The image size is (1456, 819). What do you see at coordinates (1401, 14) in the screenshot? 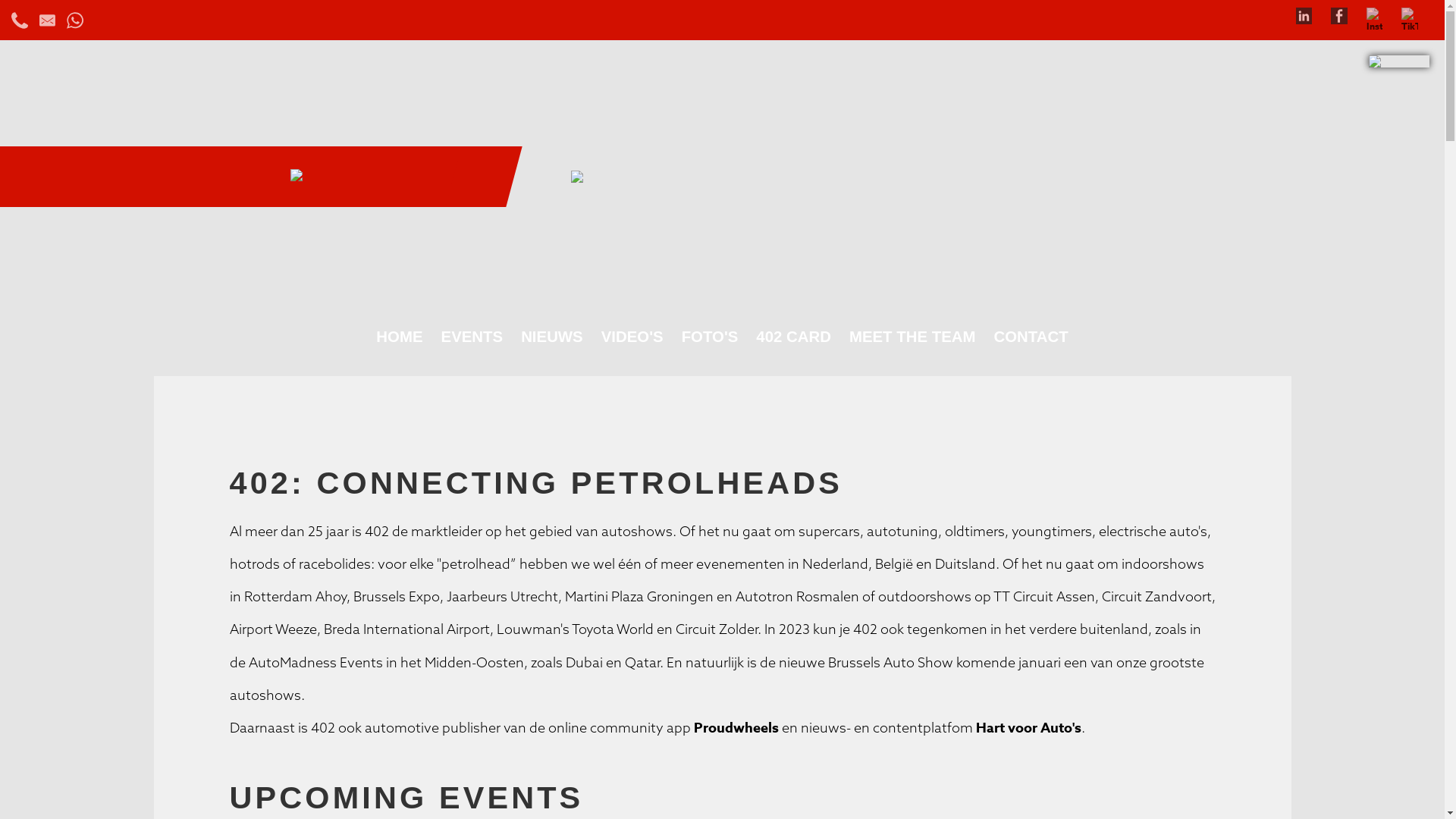
I see `'TikTok'` at bounding box center [1401, 14].